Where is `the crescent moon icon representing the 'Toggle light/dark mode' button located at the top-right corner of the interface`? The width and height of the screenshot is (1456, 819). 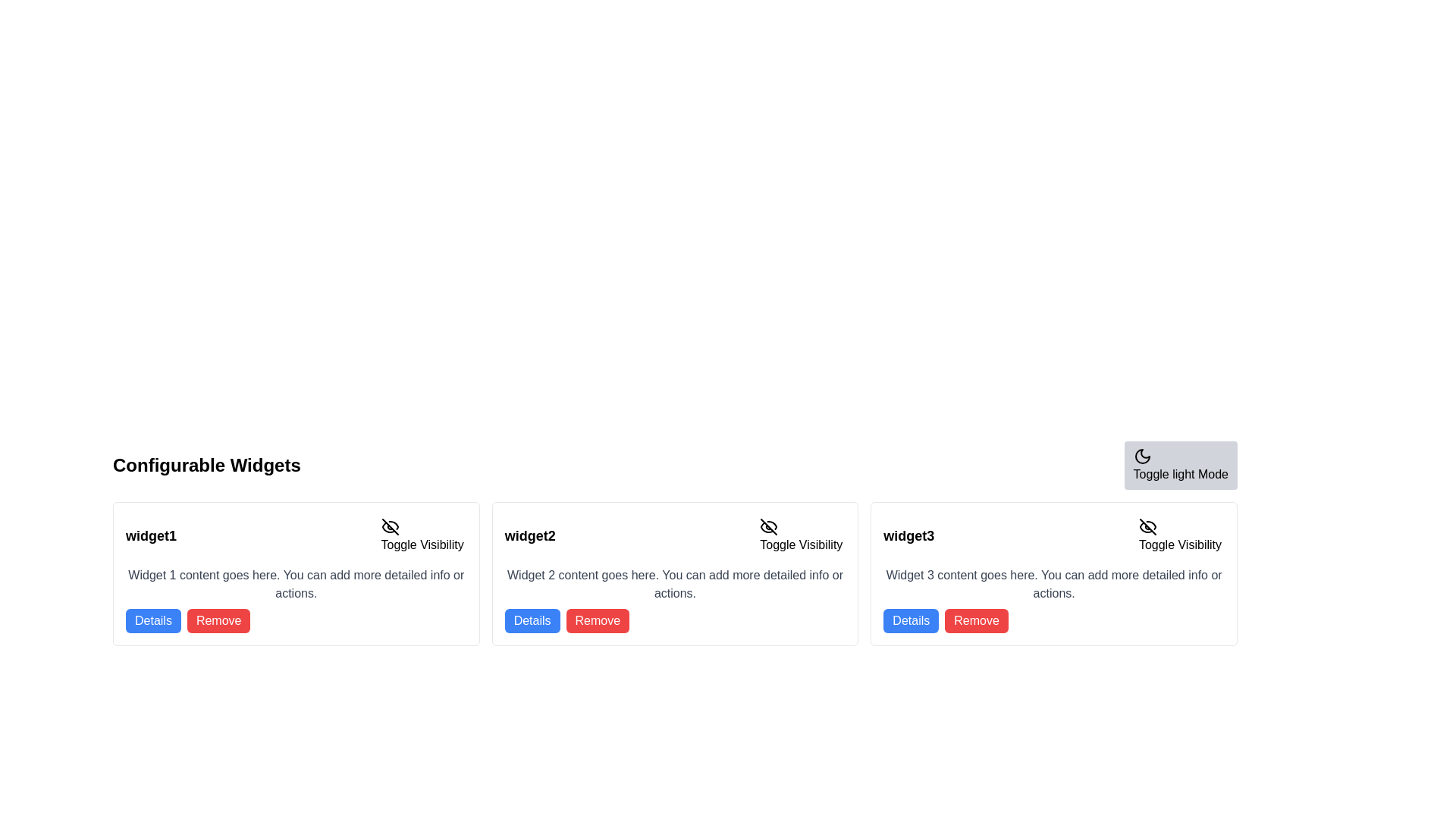 the crescent moon icon representing the 'Toggle light/dark mode' button located at the top-right corner of the interface is located at coordinates (1142, 455).